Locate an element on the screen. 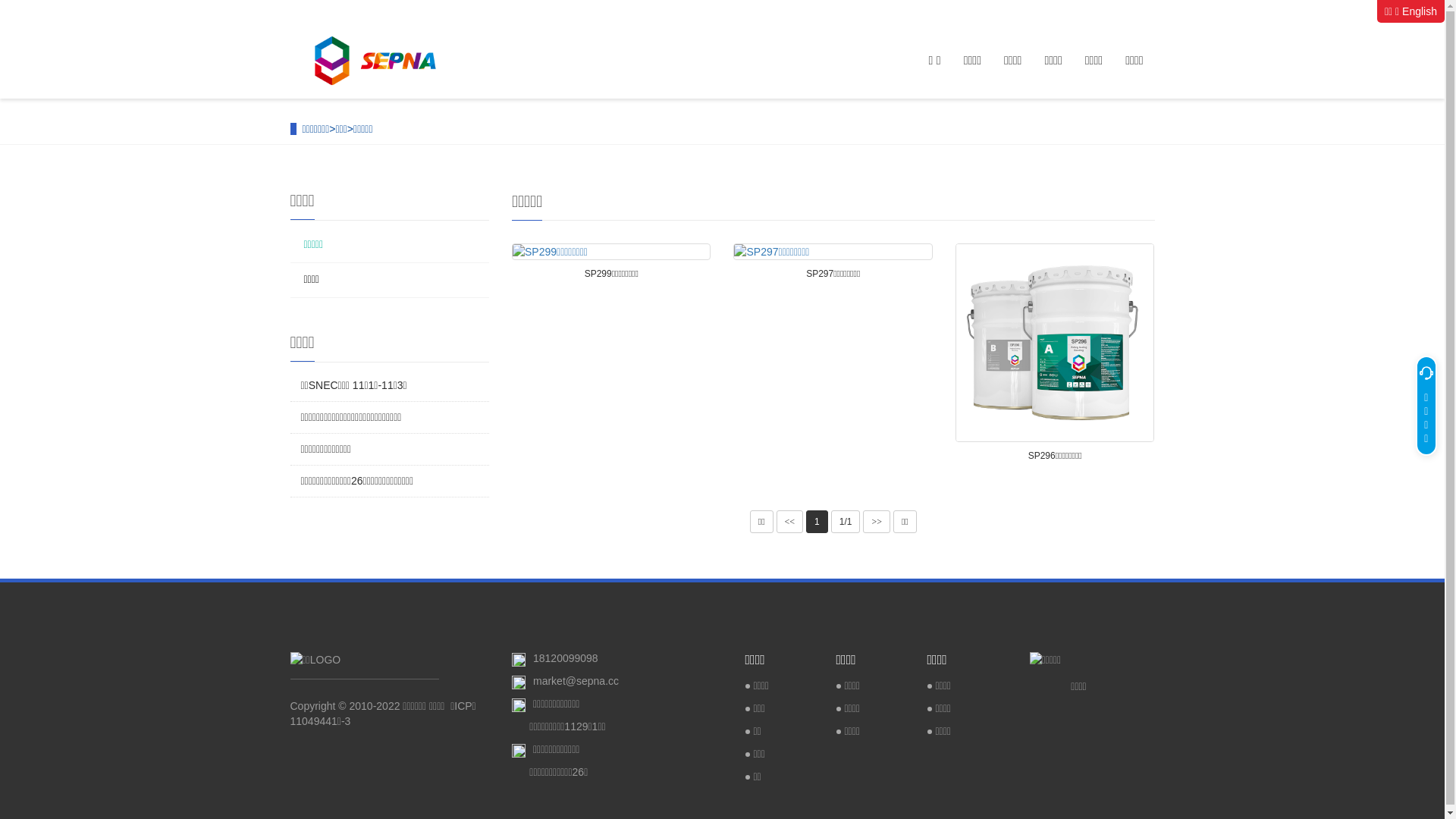  'English' is located at coordinates (1419, 11).